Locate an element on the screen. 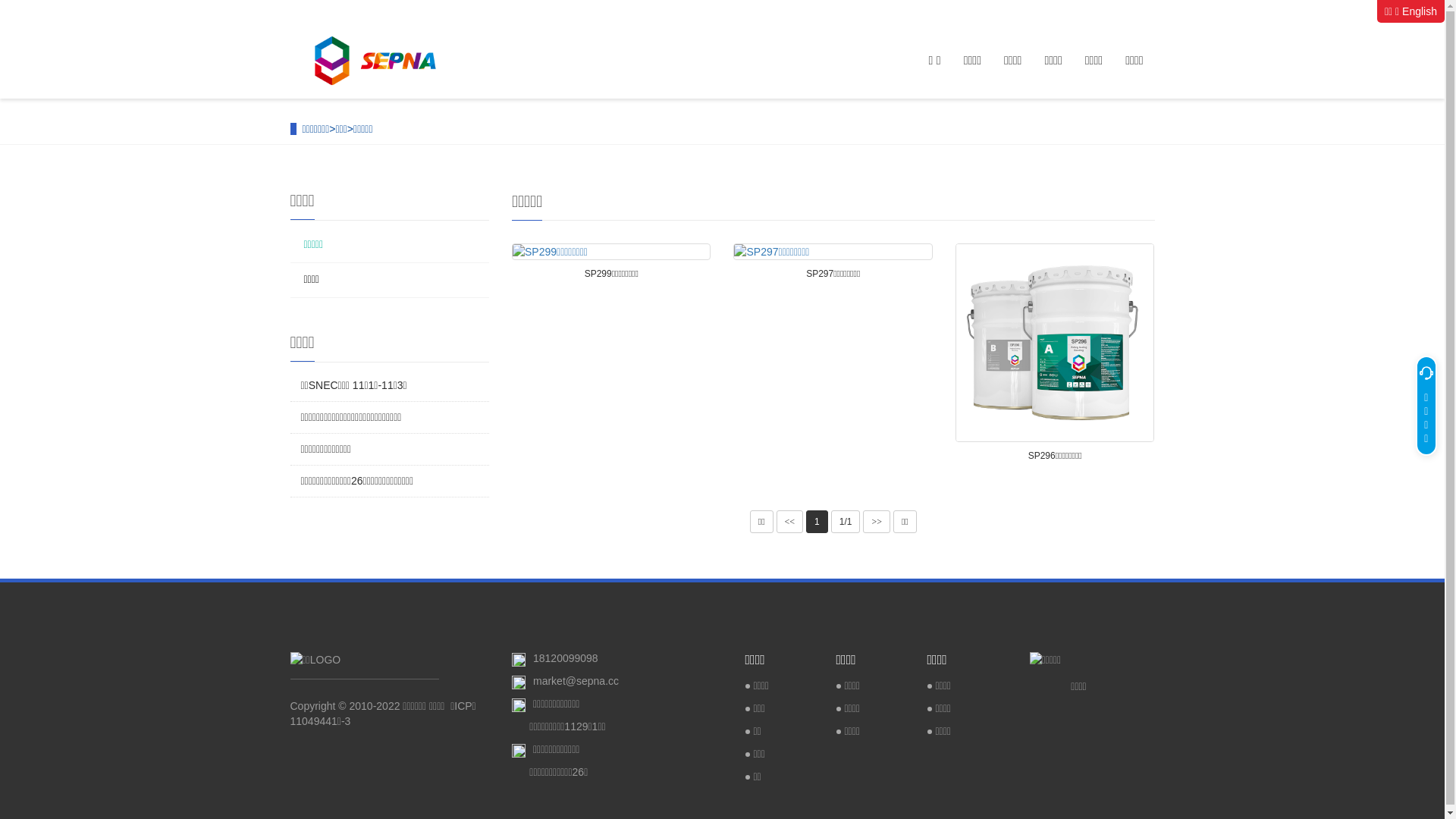  'English' is located at coordinates (1419, 11).